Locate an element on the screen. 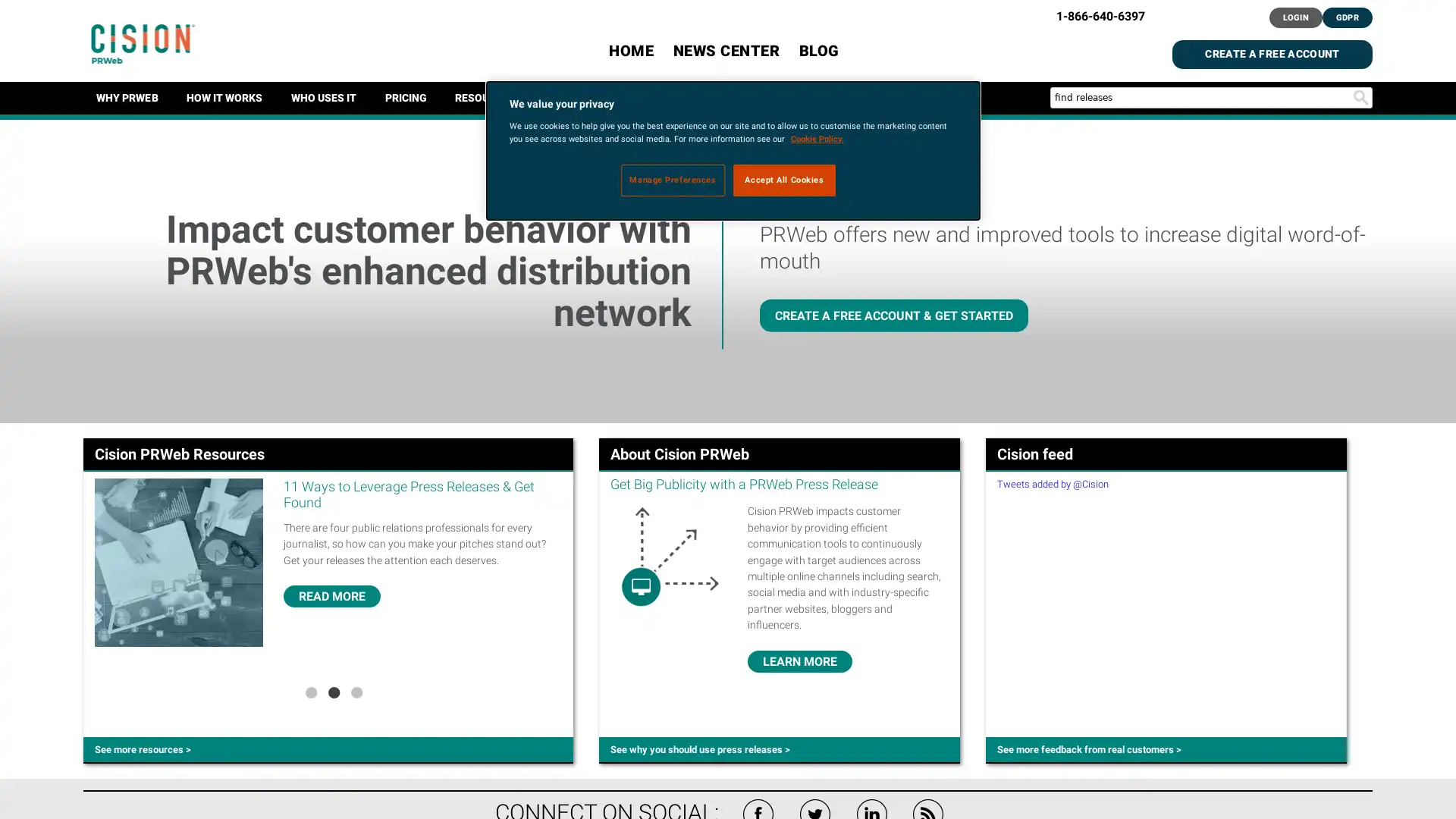 The height and width of the screenshot is (819, 1456). 2 is located at coordinates (333, 691).